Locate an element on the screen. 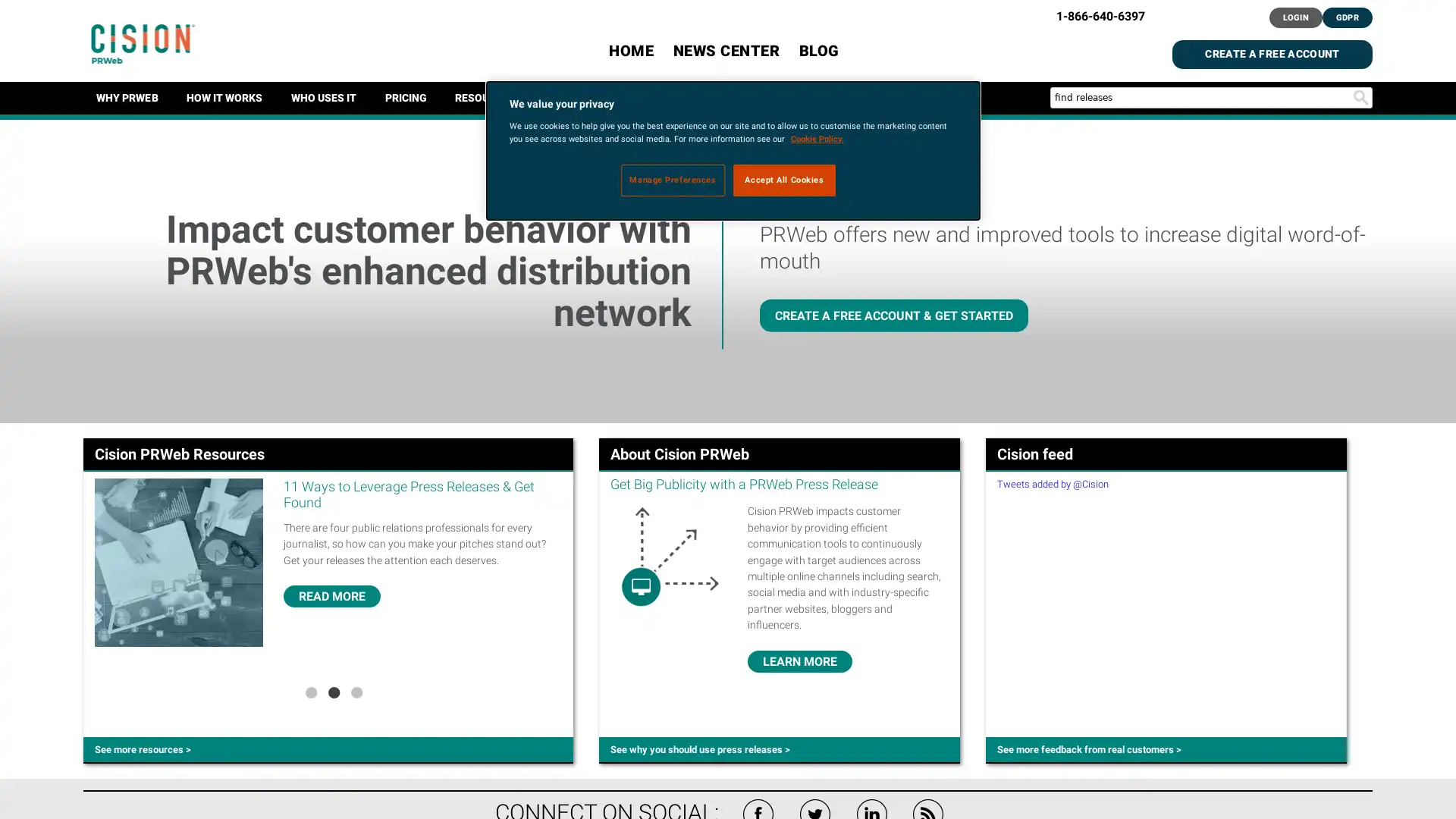 The height and width of the screenshot is (819, 1456). 2 is located at coordinates (333, 691).